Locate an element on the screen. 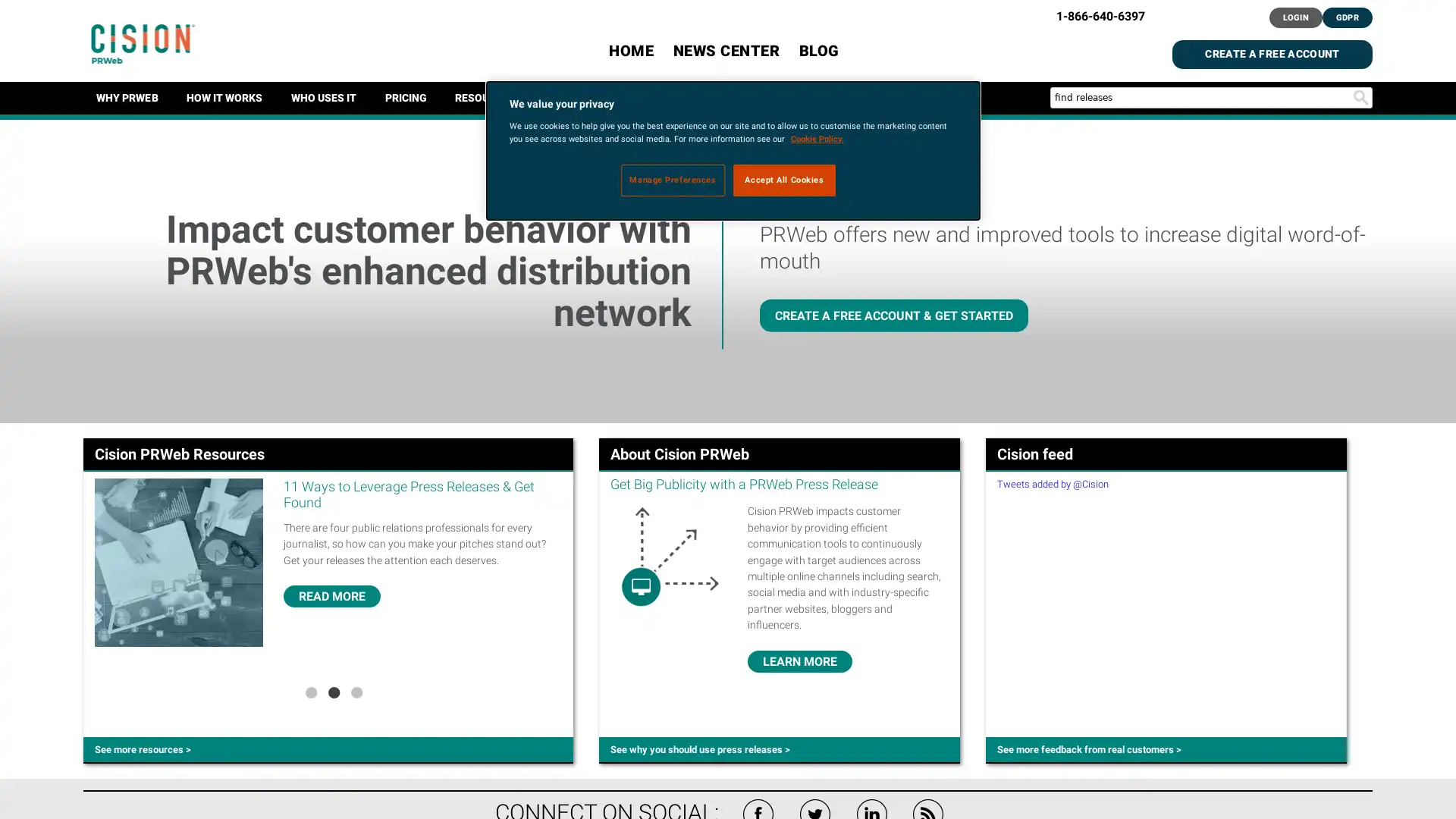 The height and width of the screenshot is (819, 1456). 2 is located at coordinates (333, 691).